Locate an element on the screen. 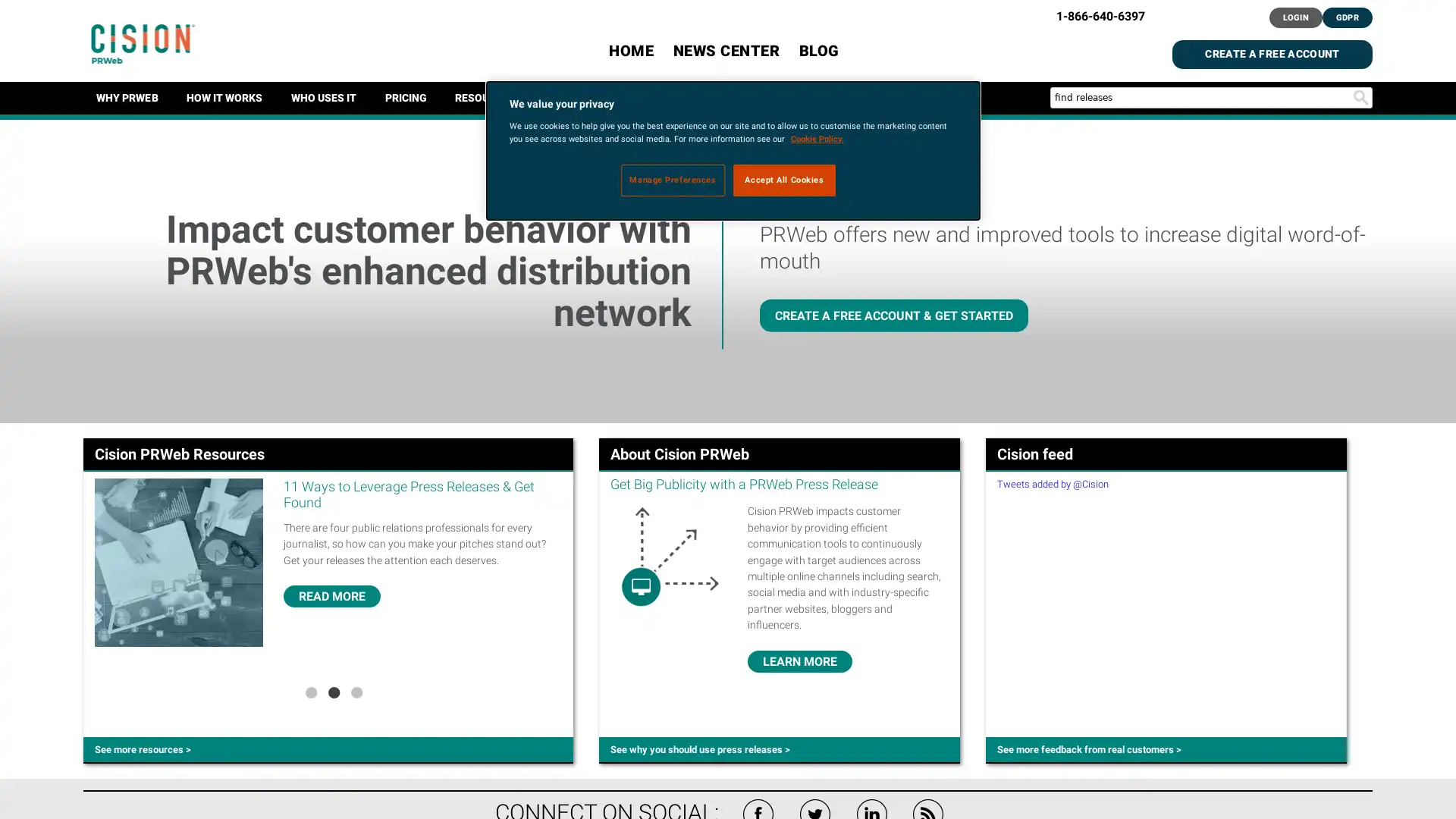 The height and width of the screenshot is (819, 1456). 2 is located at coordinates (333, 691).